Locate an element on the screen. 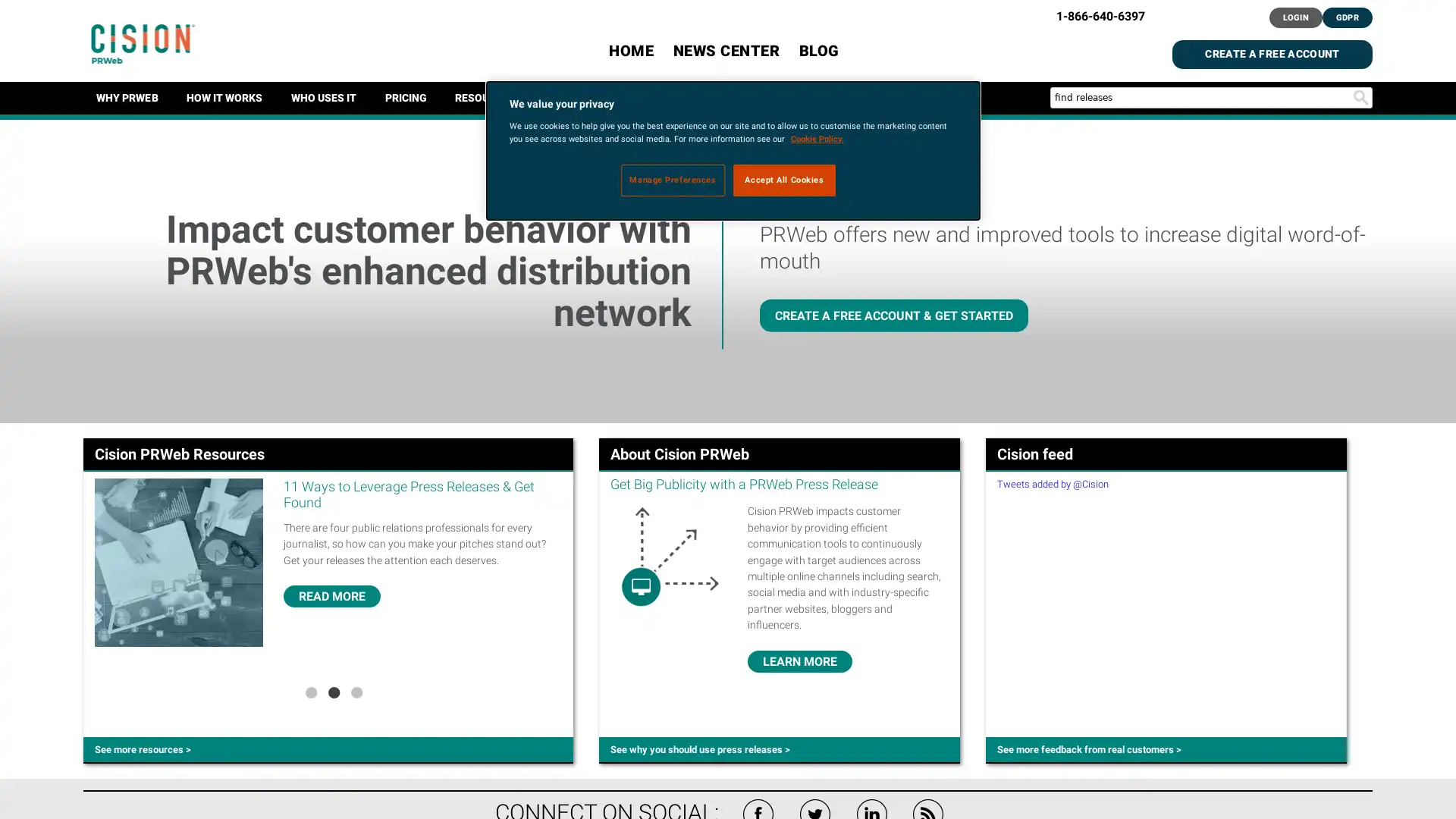 The height and width of the screenshot is (819, 1456). 2 is located at coordinates (333, 691).